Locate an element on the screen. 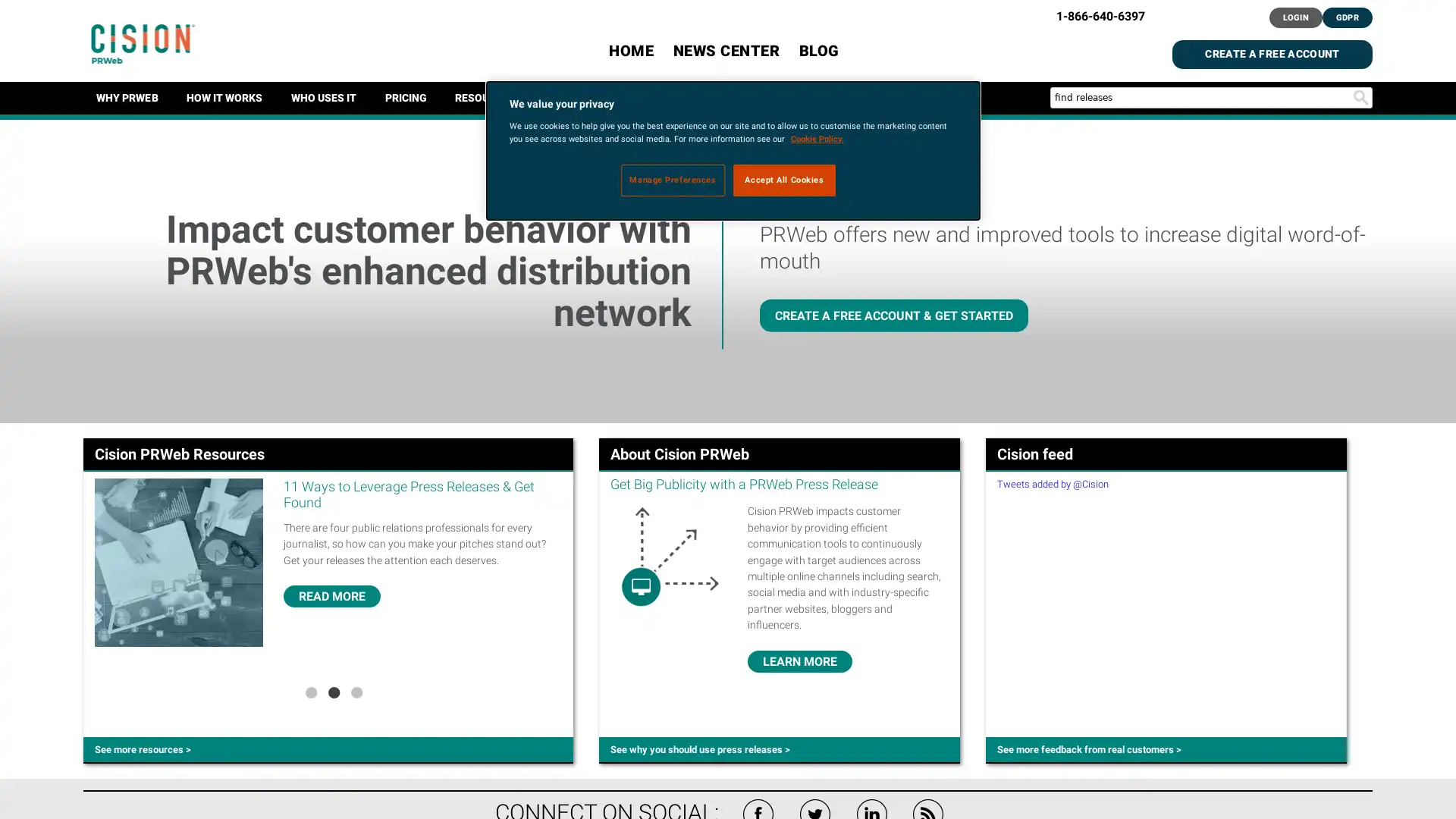 The height and width of the screenshot is (819, 1456). 2 is located at coordinates (333, 691).